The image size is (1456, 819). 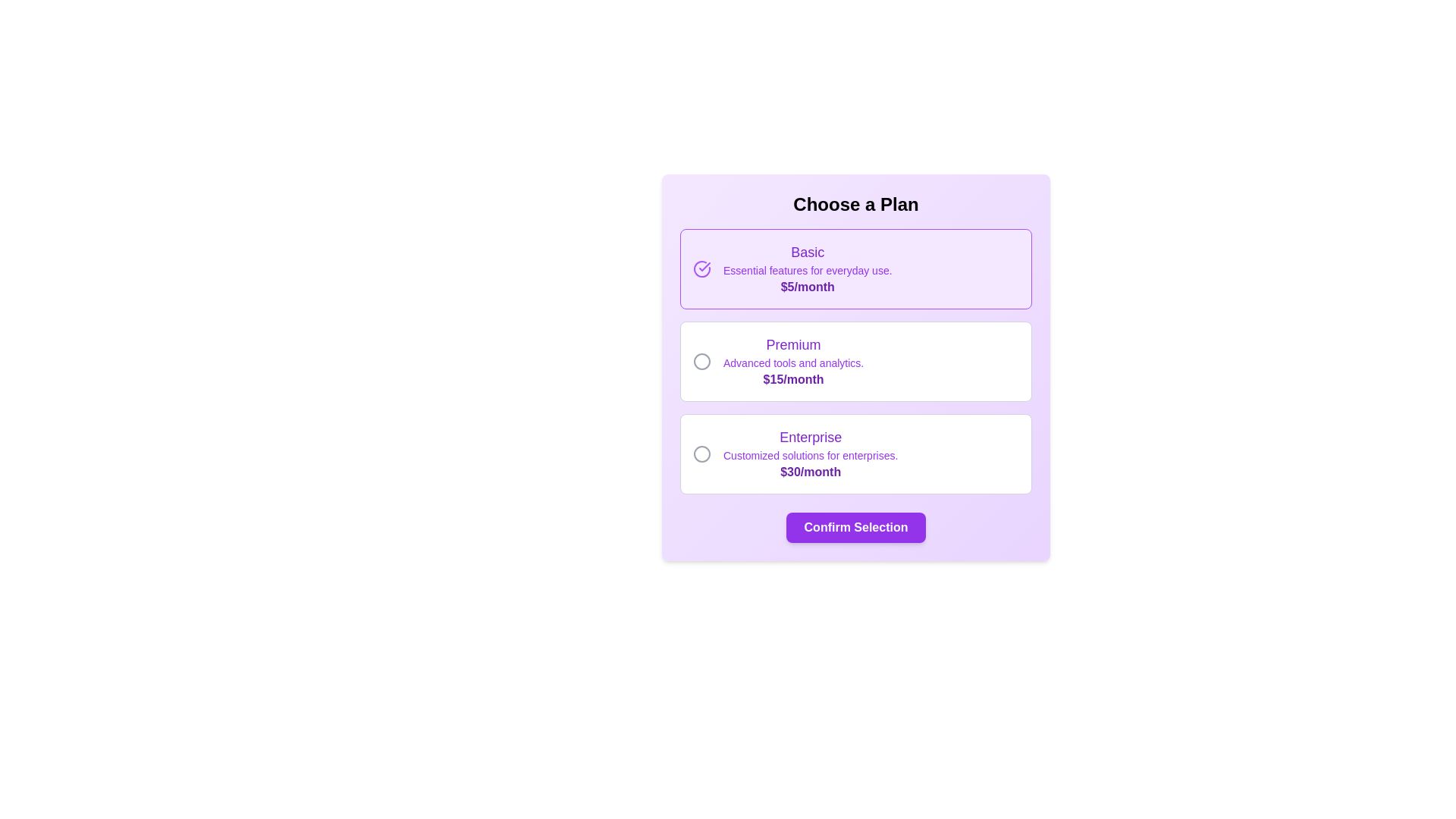 What do you see at coordinates (704, 265) in the screenshot?
I see `the Checkmark Icon, which is a purple checkmark within a circular outline, located directly to the left of the text 'Basic' in the first card of the selectable options list` at bounding box center [704, 265].